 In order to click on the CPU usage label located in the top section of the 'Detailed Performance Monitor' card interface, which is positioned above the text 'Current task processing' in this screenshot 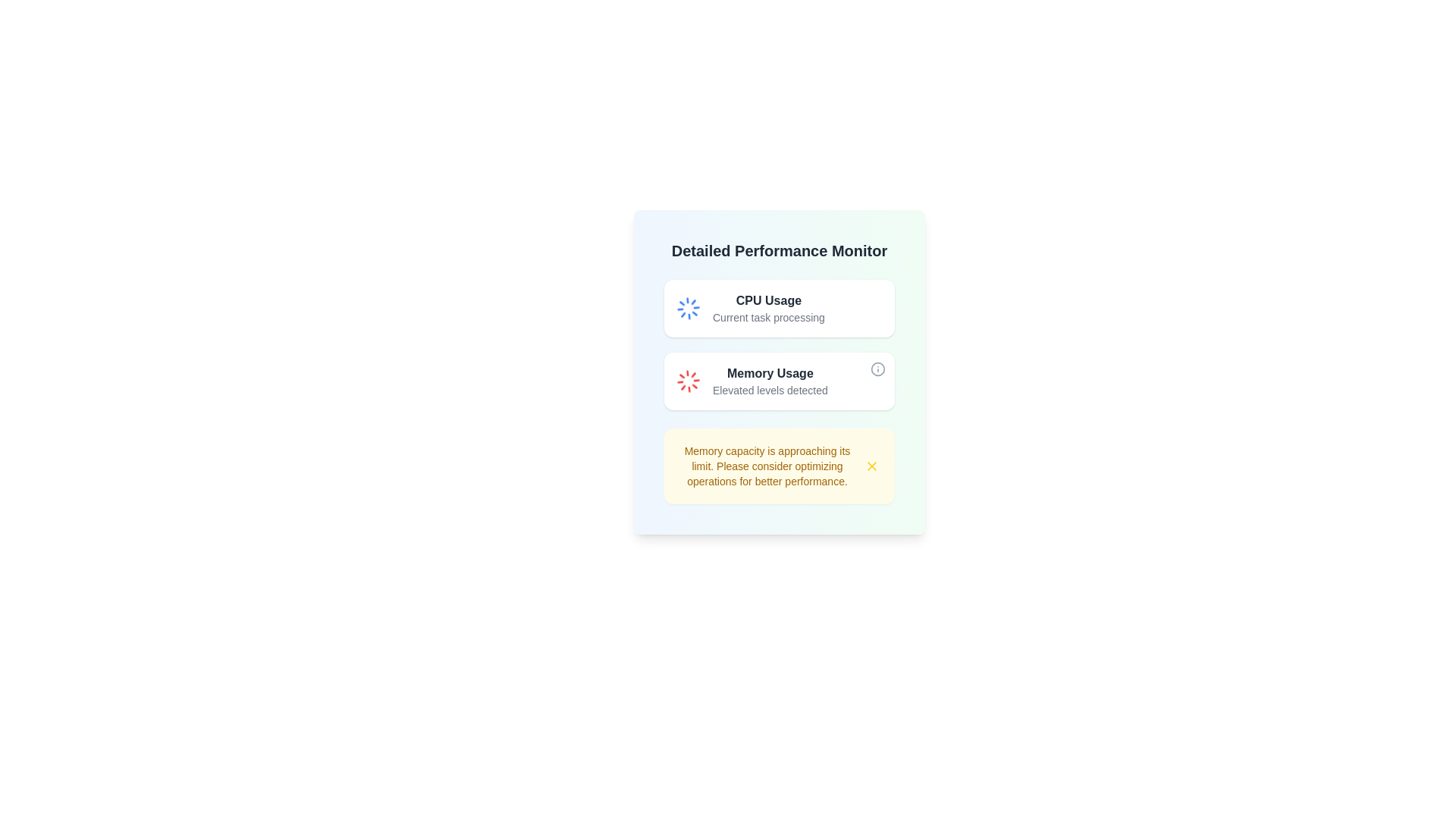, I will do `click(768, 301)`.